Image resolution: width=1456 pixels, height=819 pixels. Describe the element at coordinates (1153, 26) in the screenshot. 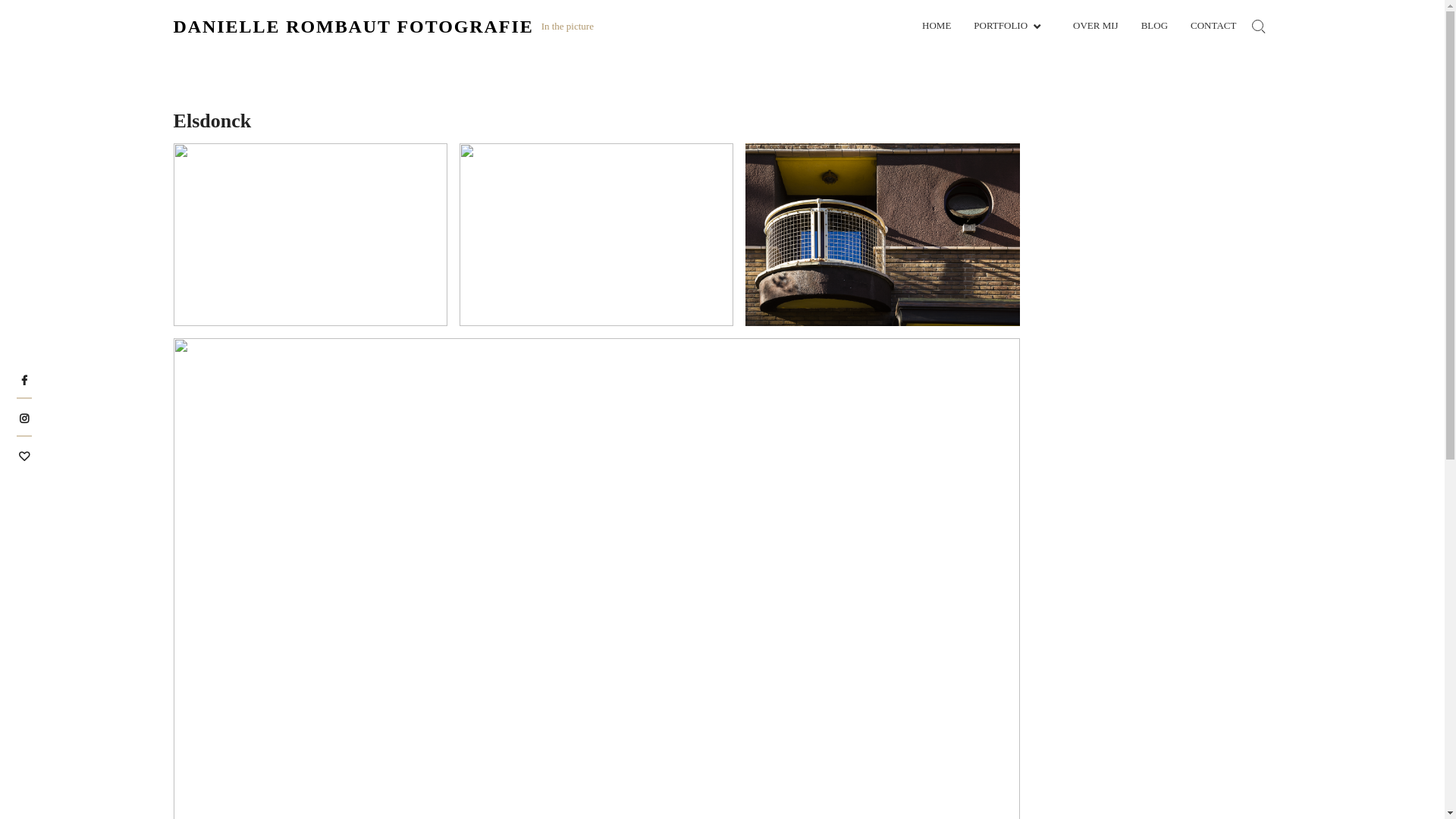

I see `'BLOG'` at that location.